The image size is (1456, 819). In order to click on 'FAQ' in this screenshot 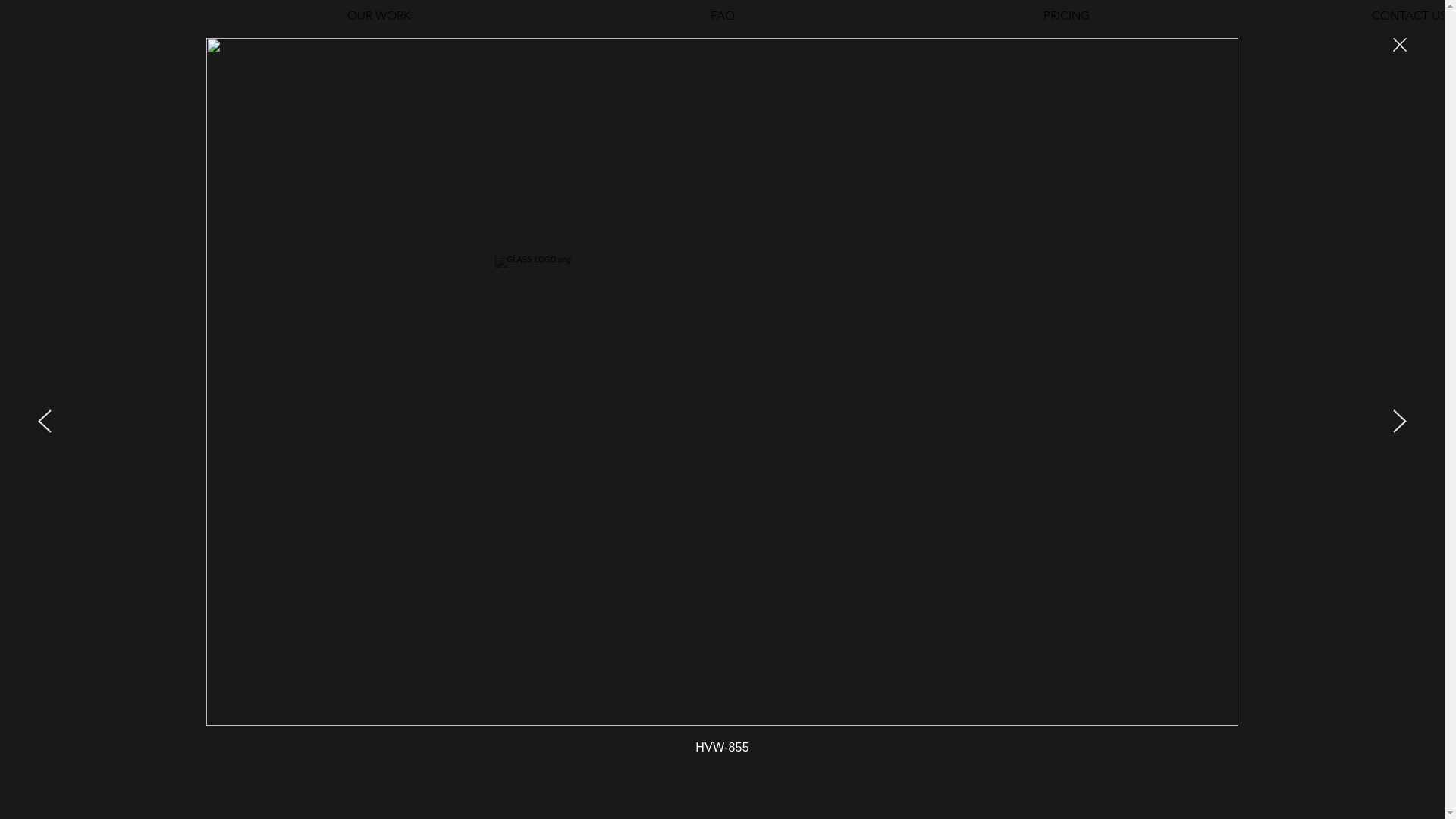, I will do `click(721, 15)`.